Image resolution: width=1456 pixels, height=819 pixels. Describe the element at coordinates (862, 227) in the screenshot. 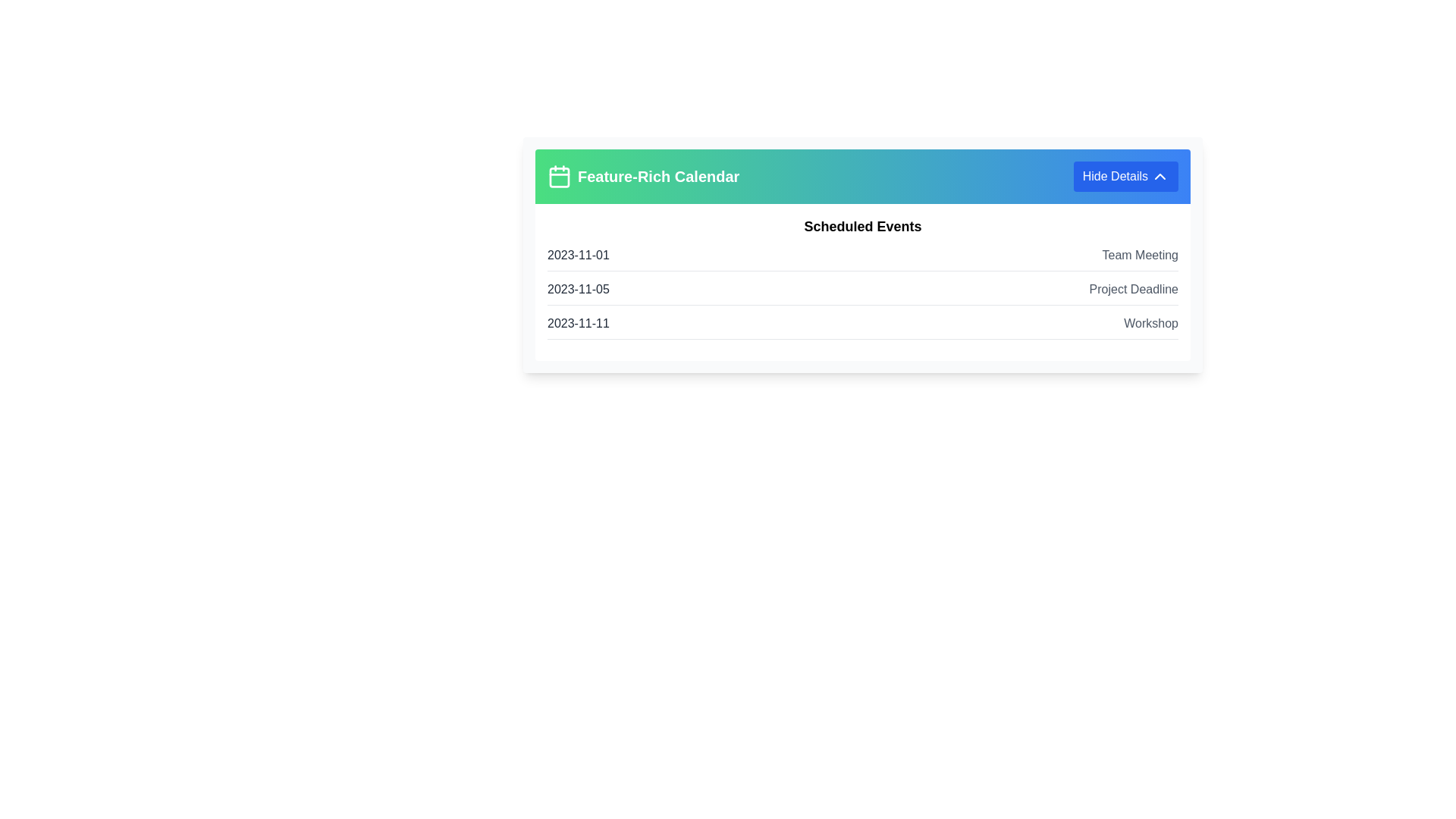

I see `the text label displaying 'Scheduled Events', which is a prominently styled header located above a list of scheduled events` at that location.